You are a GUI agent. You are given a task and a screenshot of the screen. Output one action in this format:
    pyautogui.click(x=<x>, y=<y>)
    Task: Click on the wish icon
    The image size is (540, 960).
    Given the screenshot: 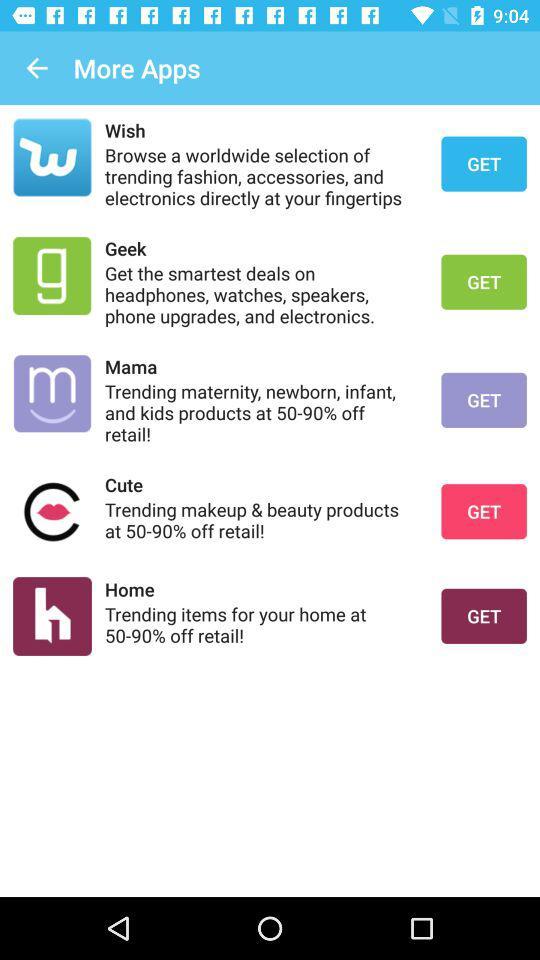 What is the action you would take?
    pyautogui.click(x=260, y=129)
    